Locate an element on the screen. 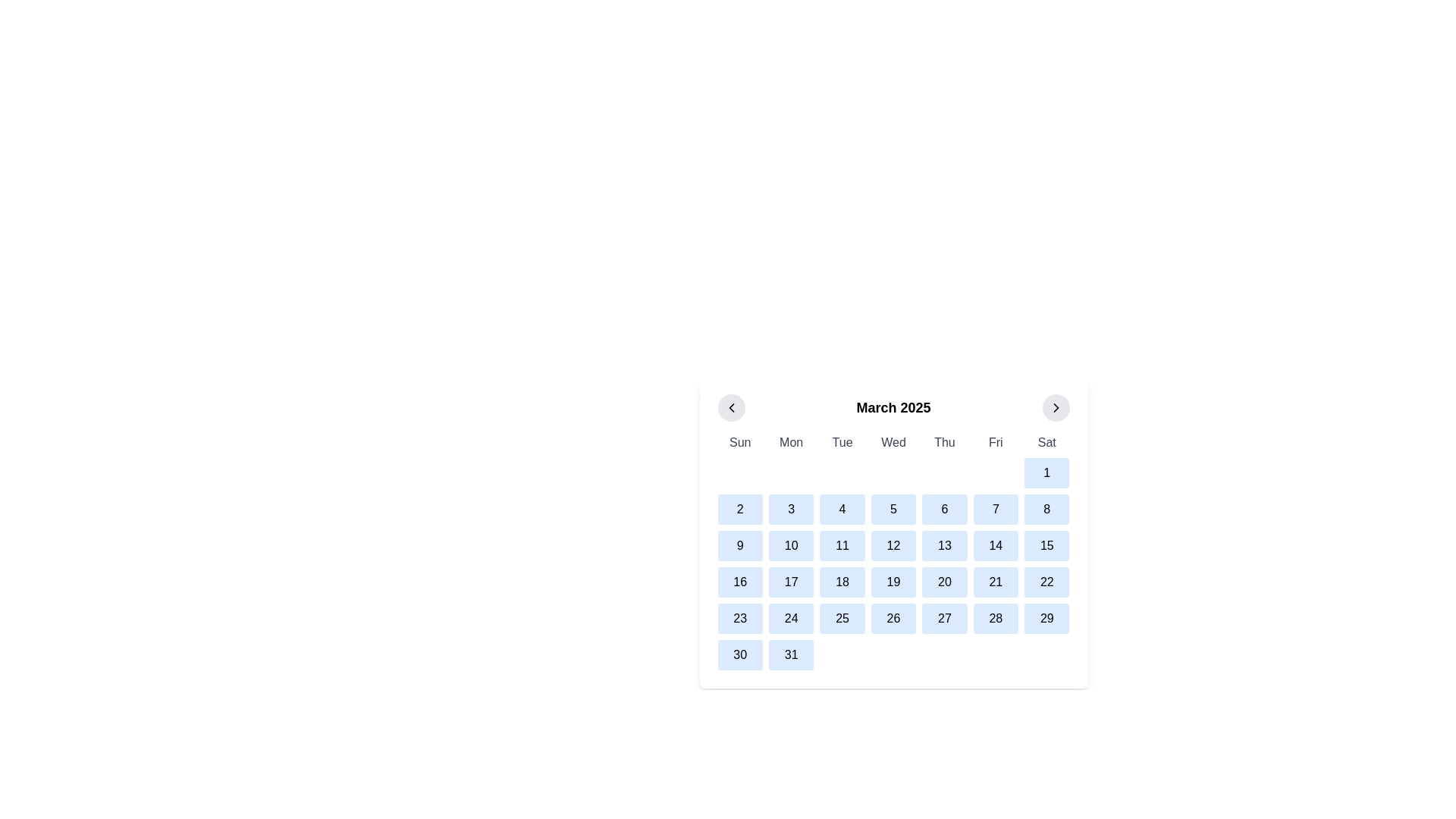 This screenshot has height=819, width=1456. the square-shaped button with rounded corners displaying the number '11' in a bold, black font, located in the third week row and third column of the calendar grid under 'Tue' is located at coordinates (842, 546).